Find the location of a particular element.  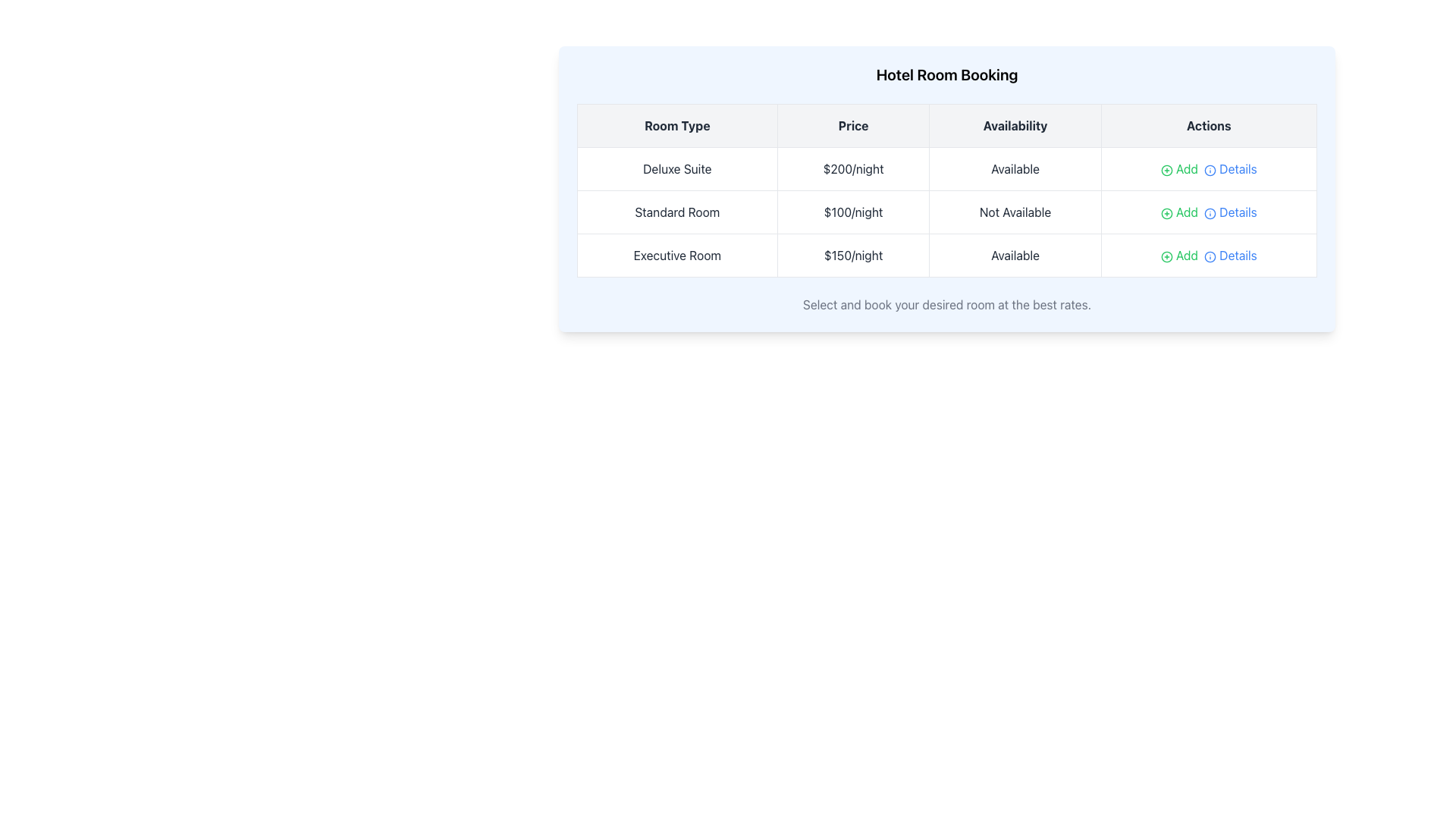

the text label that reads 'Standard Room', which is styled with center alignment and surrounded by a bordered box, located in the middle row of room type descriptions in a table-like structure is located at coordinates (676, 212).